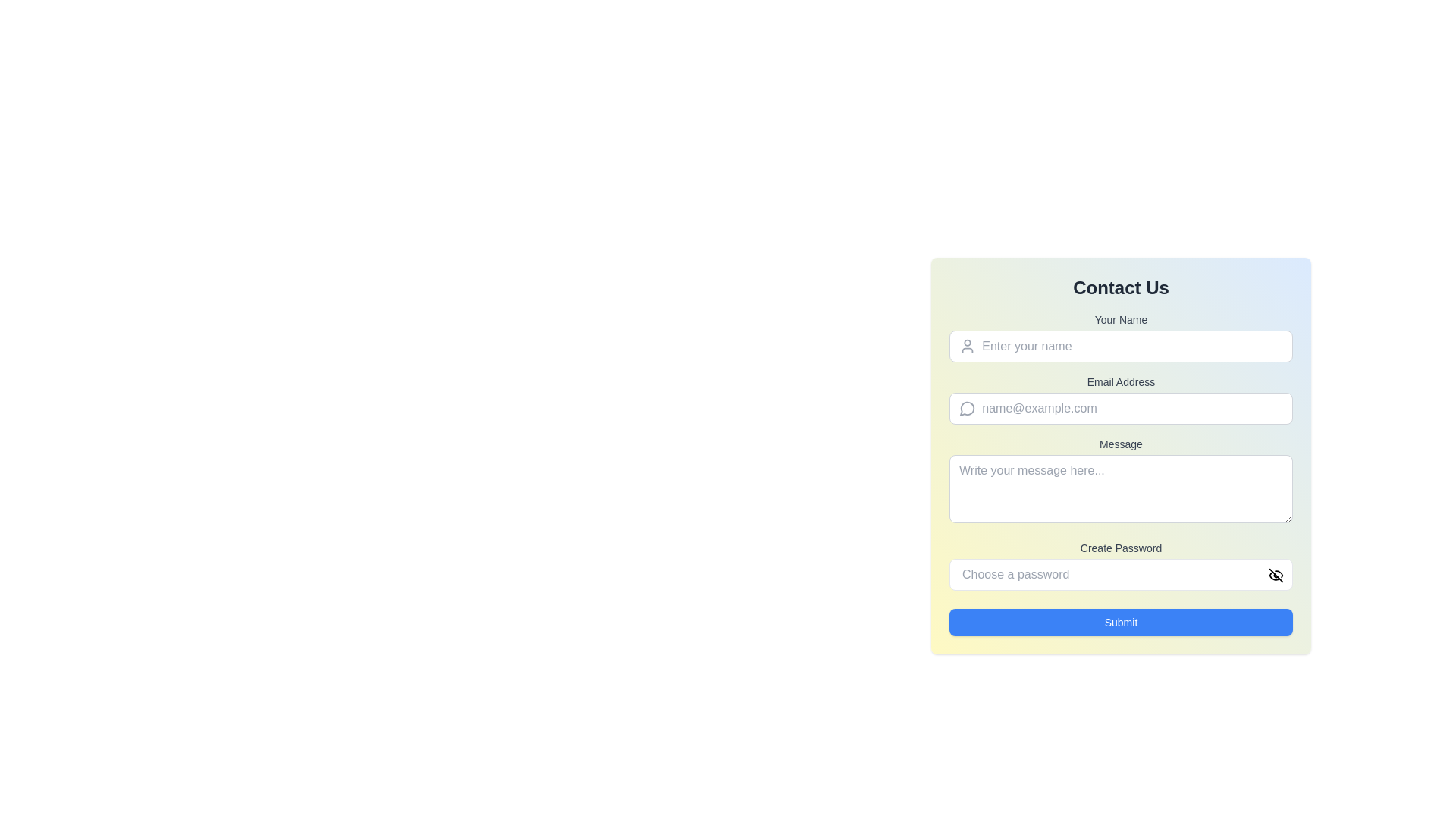 This screenshot has height=819, width=1456. I want to click on the text label displaying 'Email Address', which is styled in gray and located above the email input field, so click(1121, 381).